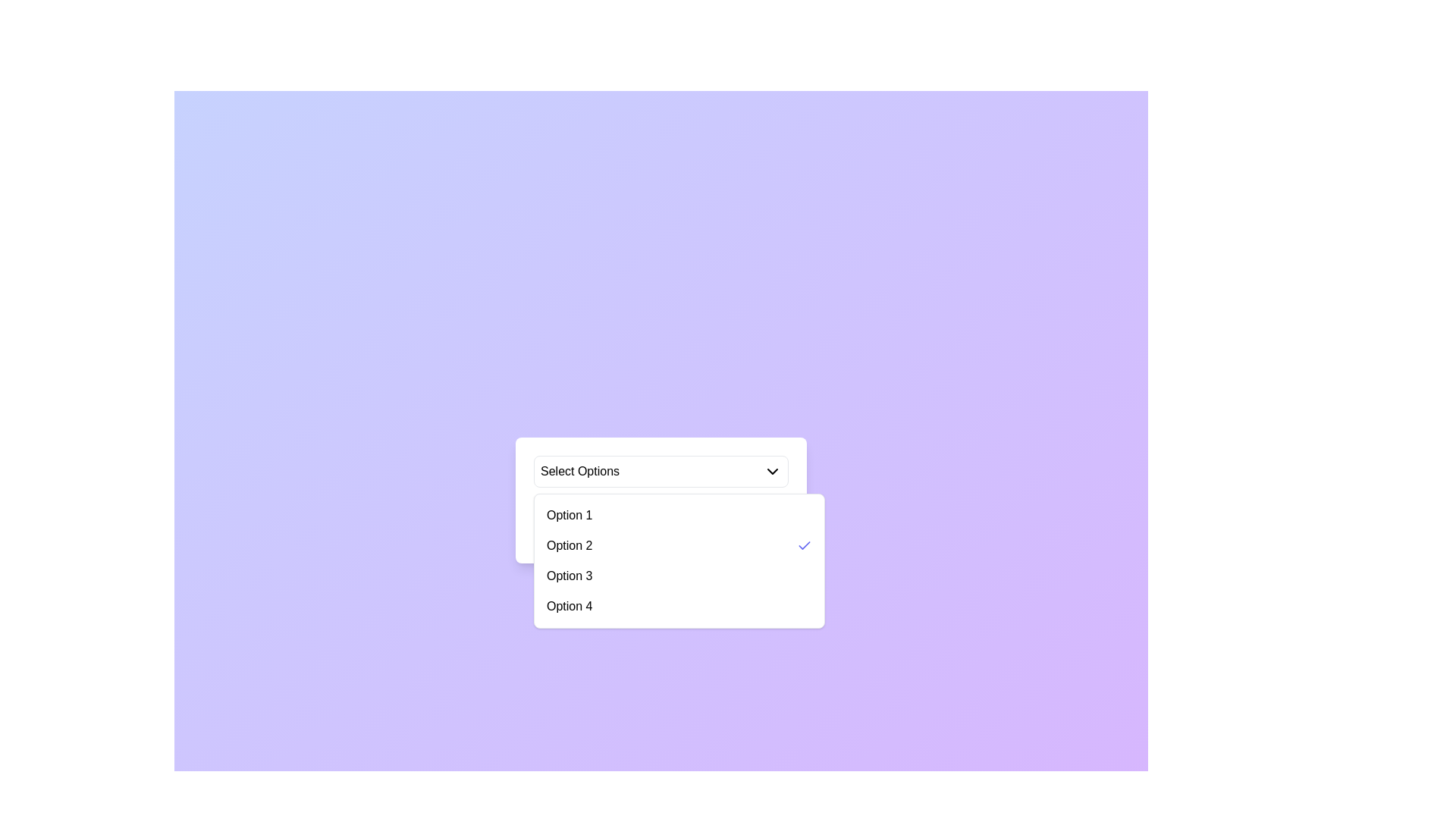  Describe the element at coordinates (679, 605) in the screenshot. I see `the 'Option 4' in the dropdown menu` at that location.